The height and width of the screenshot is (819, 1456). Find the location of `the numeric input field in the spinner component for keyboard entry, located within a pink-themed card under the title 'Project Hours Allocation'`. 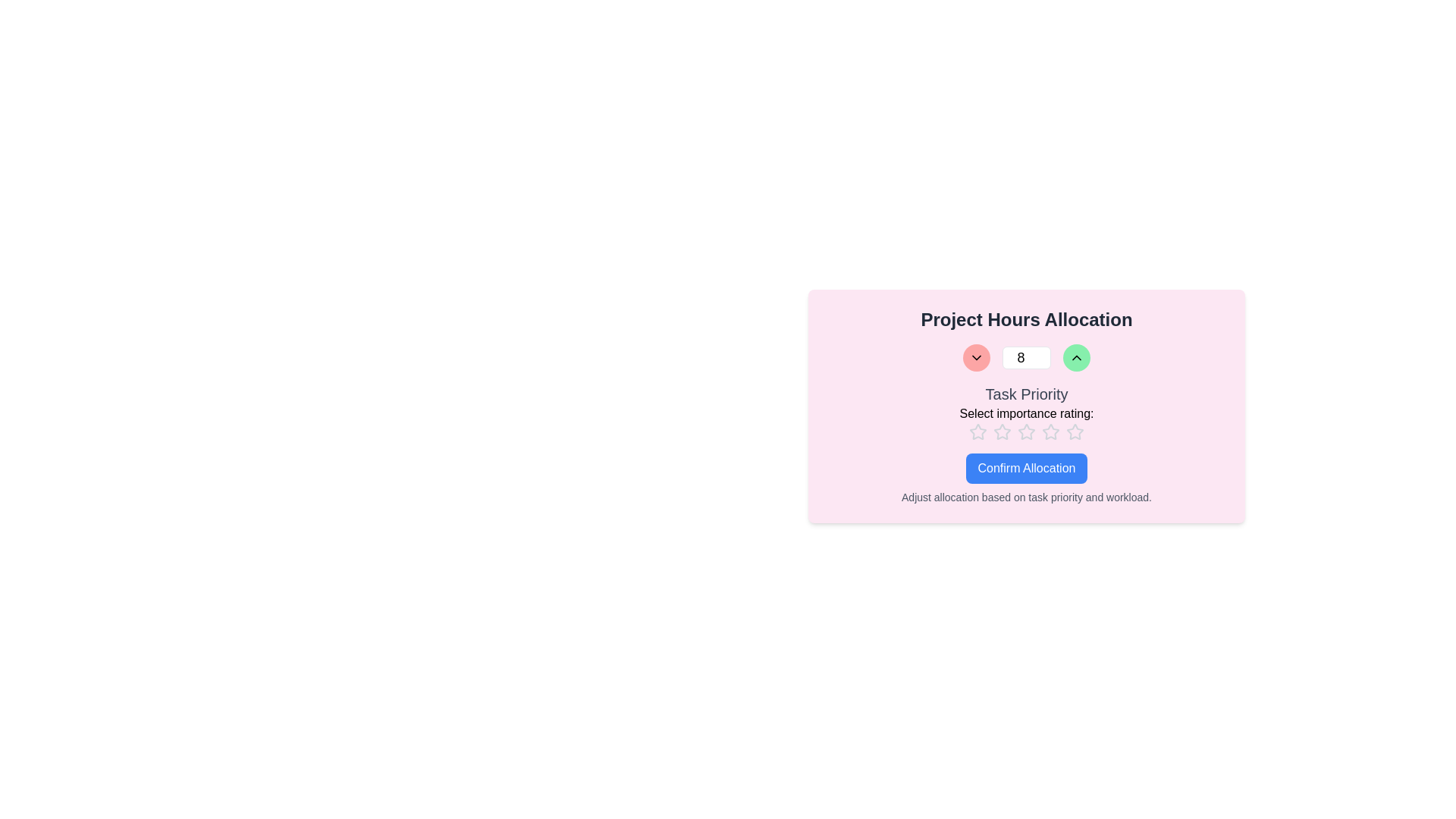

the numeric input field in the spinner component for keyboard entry, located within a pink-themed card under the title 'Project Hours Allocation' is located at coordinates (1026, 357).